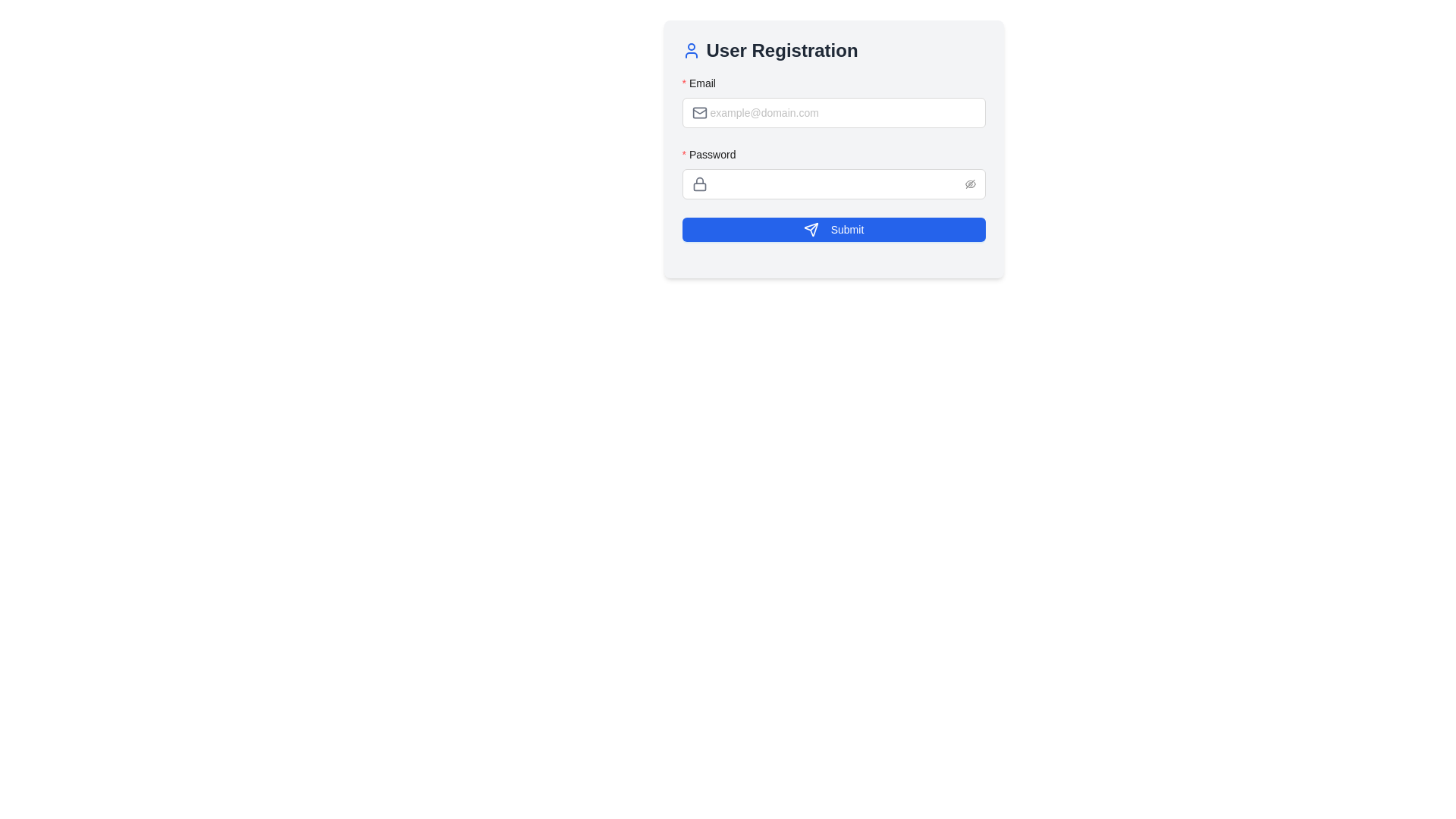 The height and width of the screenshot is (819, 1456). Describe the element at coordinates (846, 230) in the screenshot. I see `the 'Submit' button, which is a blue rectangular button with white text positioned at the bottom of the form panel` at that location.